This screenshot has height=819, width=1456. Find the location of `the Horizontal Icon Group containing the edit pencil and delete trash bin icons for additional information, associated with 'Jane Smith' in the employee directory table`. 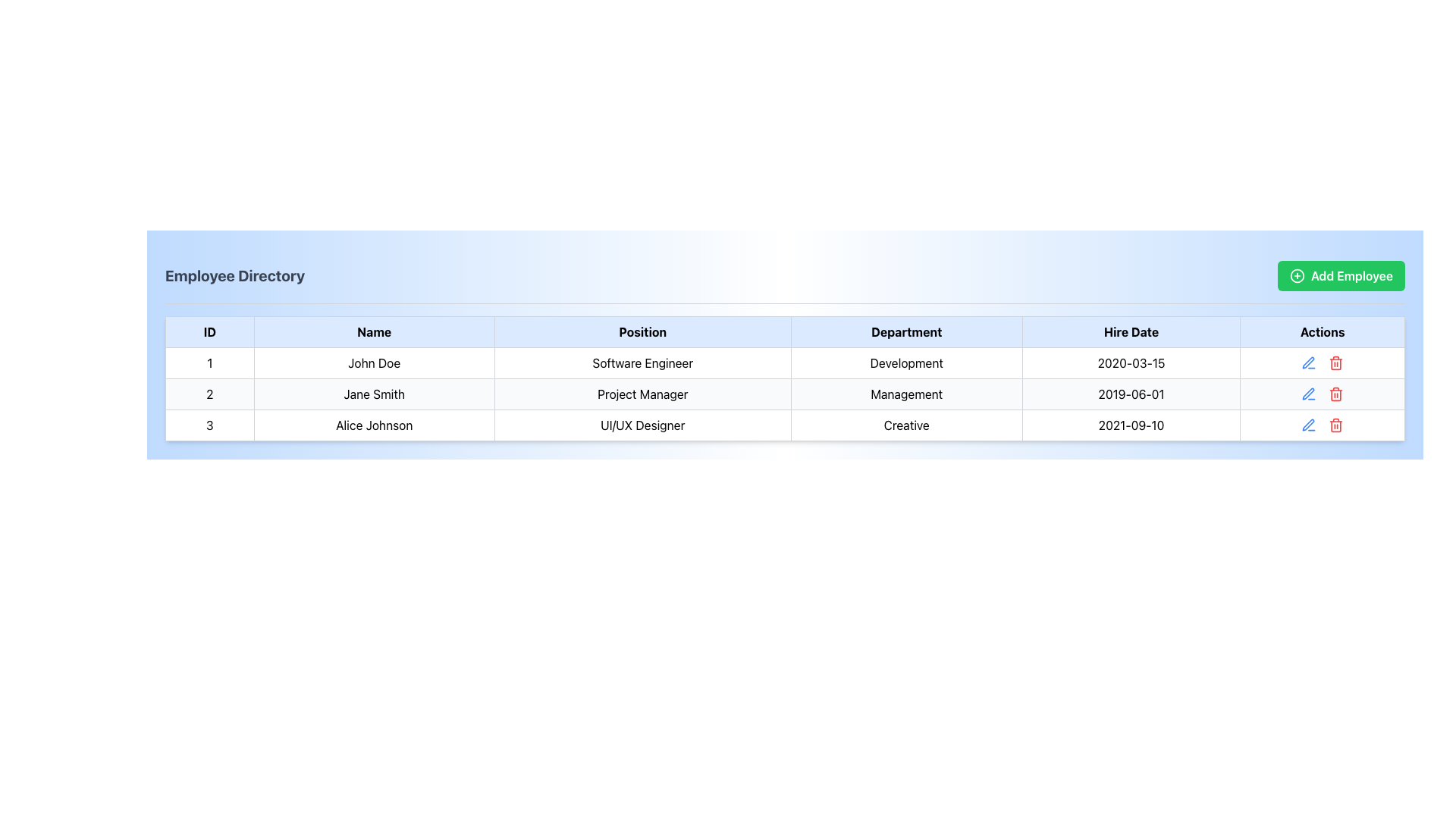

the Horizontal Icon Group containing the edit pencil and delete trash bin icons for additional information, associated with 'Jane Smith' in the employee directory table is located at coordinates (1322, 394).